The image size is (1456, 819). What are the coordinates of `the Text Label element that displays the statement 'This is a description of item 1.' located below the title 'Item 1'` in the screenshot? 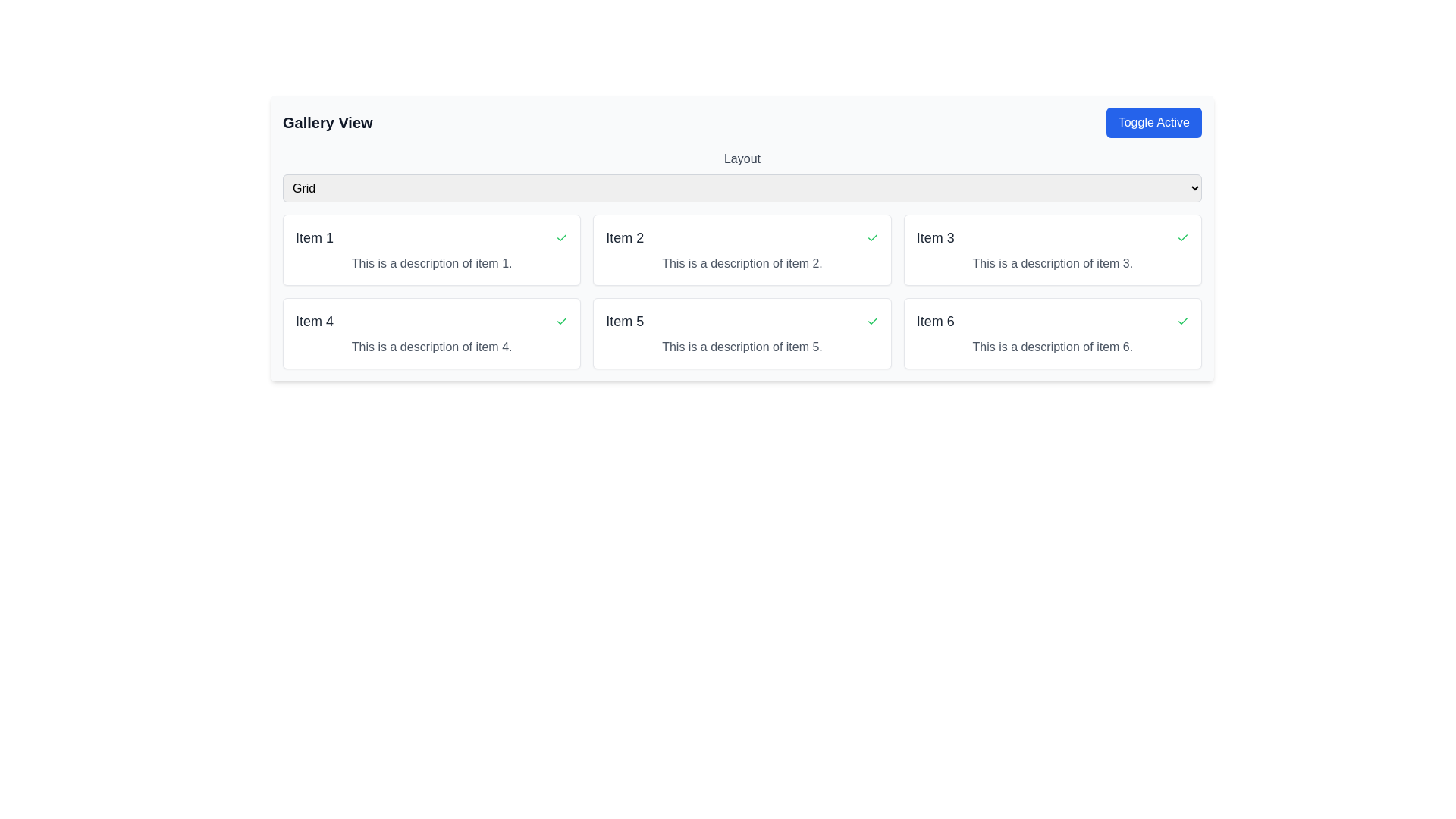 It's located at (431, 262).